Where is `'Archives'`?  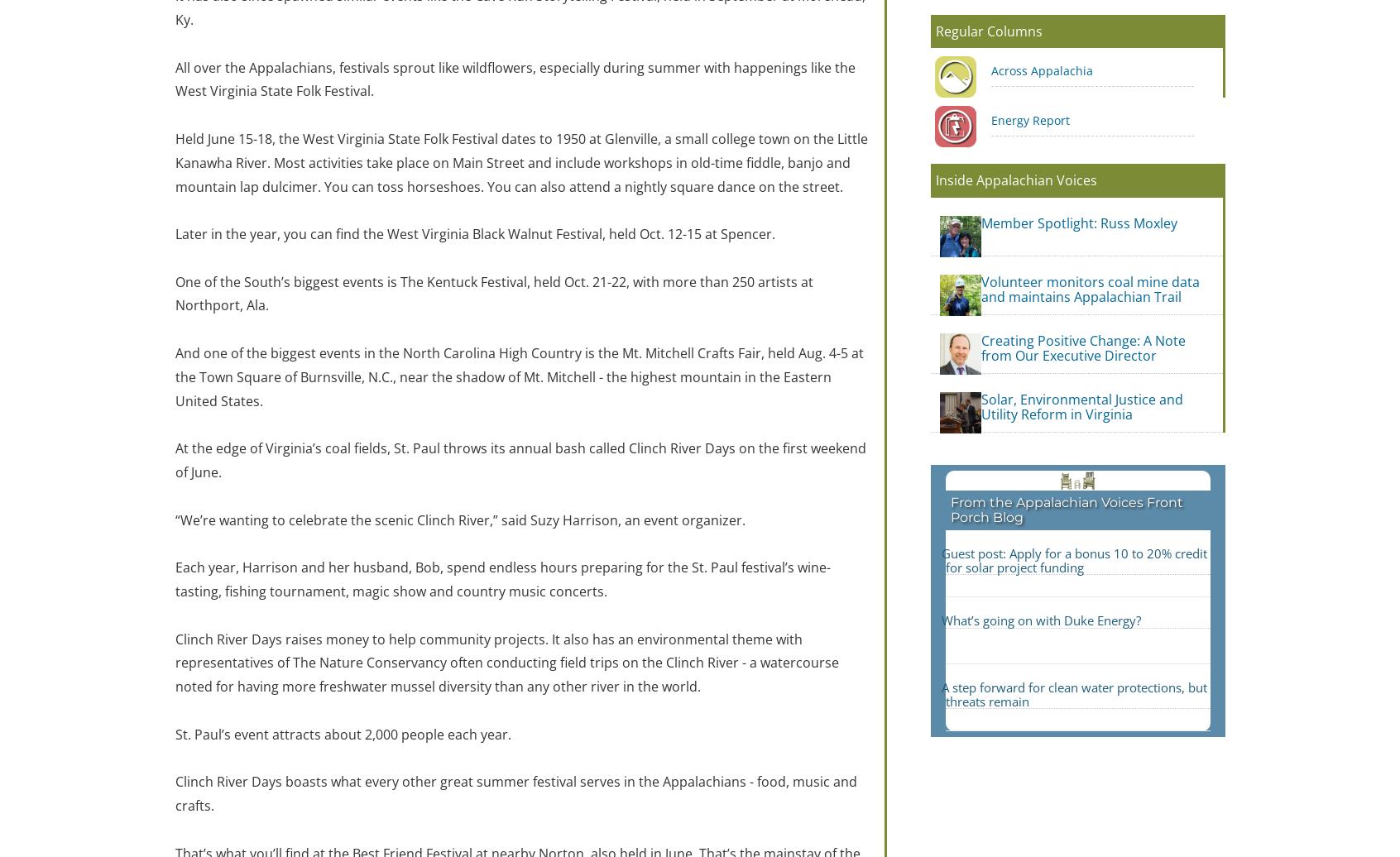
'Archives' is located at coordinates (731, 515).